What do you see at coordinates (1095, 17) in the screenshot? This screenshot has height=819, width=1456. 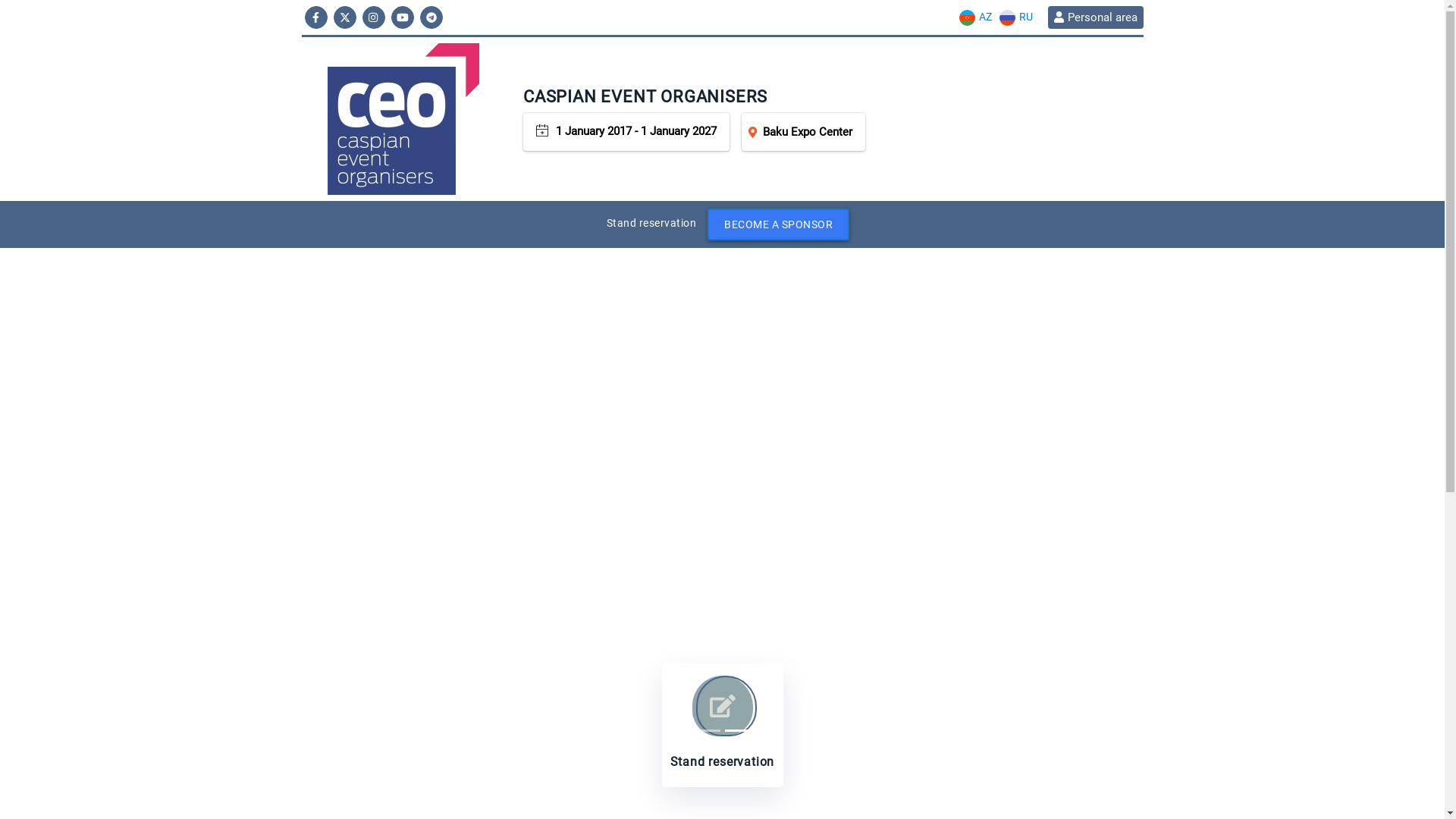 I see `'Personal area'` at bounding box center [1095, 17].